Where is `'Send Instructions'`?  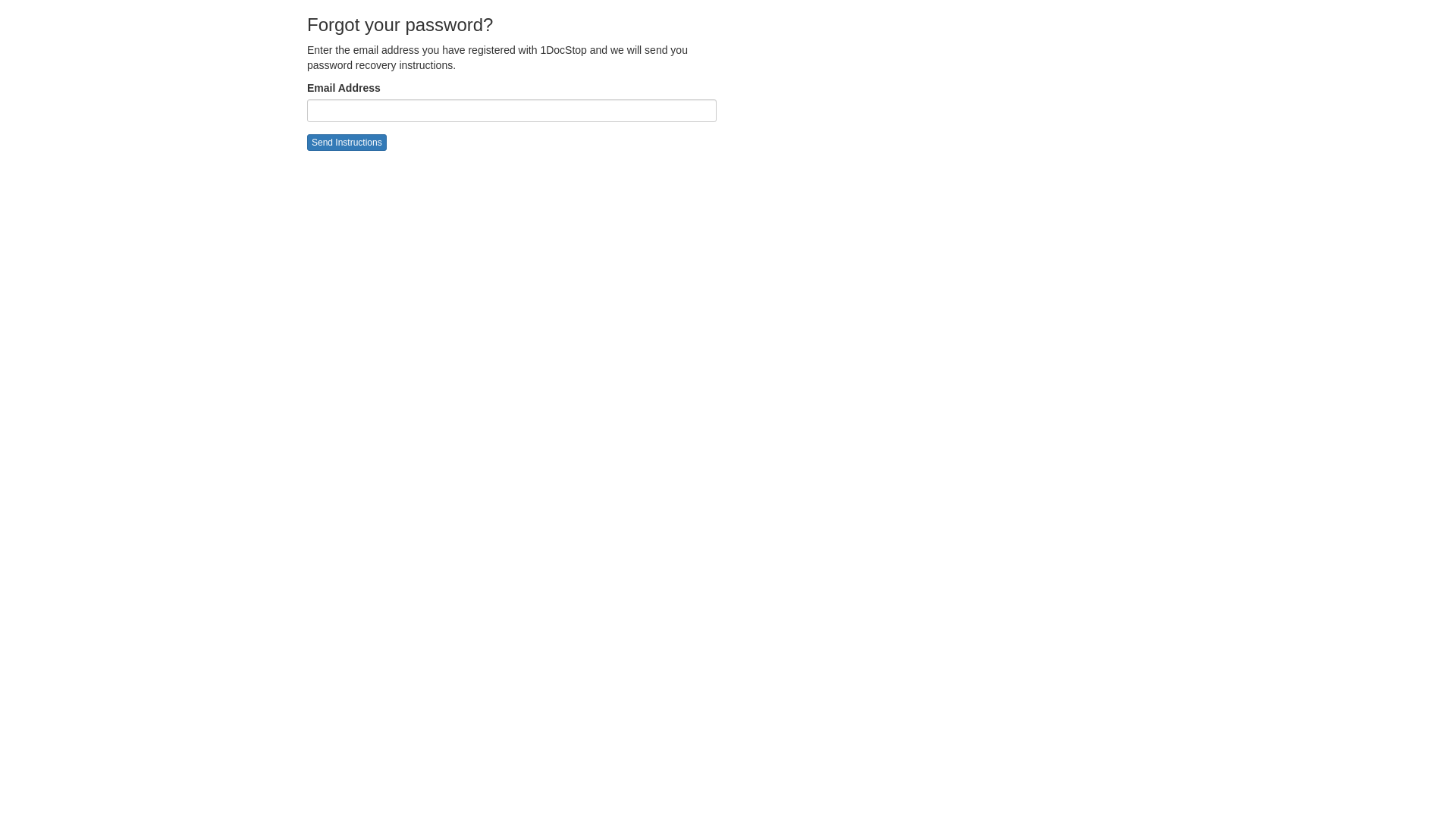
'Send Instructions' is located at coordinates (346, 143).